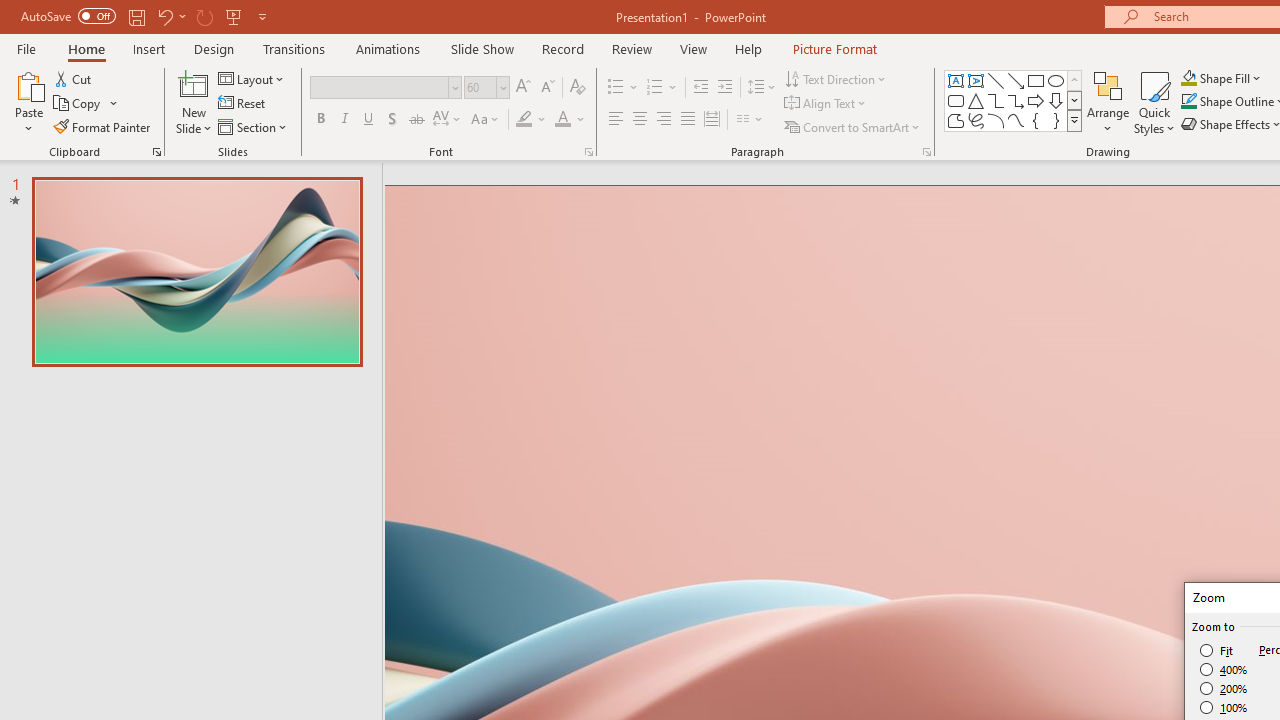  What do you see at coordinates (1223, 688) in the screenshot?
I see `'200%'` at bounding box center [1223, 688].